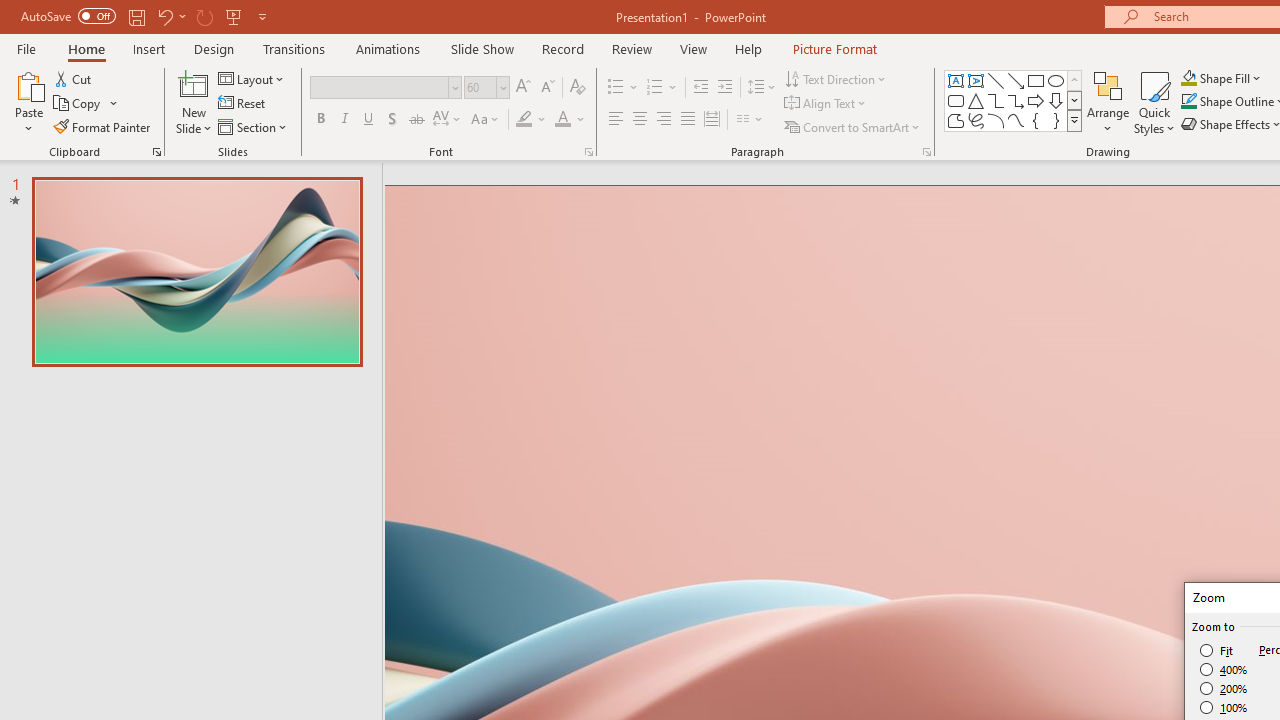  What do you see at coordinates (1223, 688) in the screenshot?
I see `'200%'` at bounding box center [1223, 688].